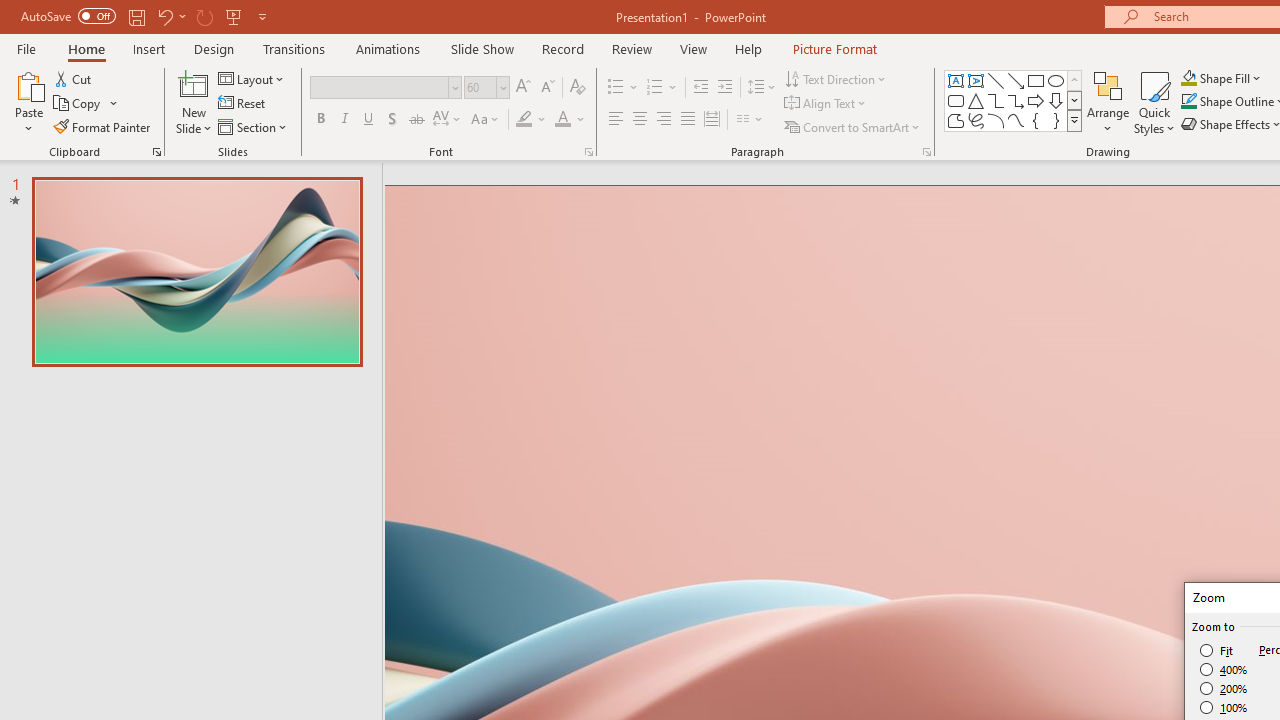  What do you see at coordinates (1223, 688) in the screenshot?
I see `'200%'` at bounding box center [1223, 688].